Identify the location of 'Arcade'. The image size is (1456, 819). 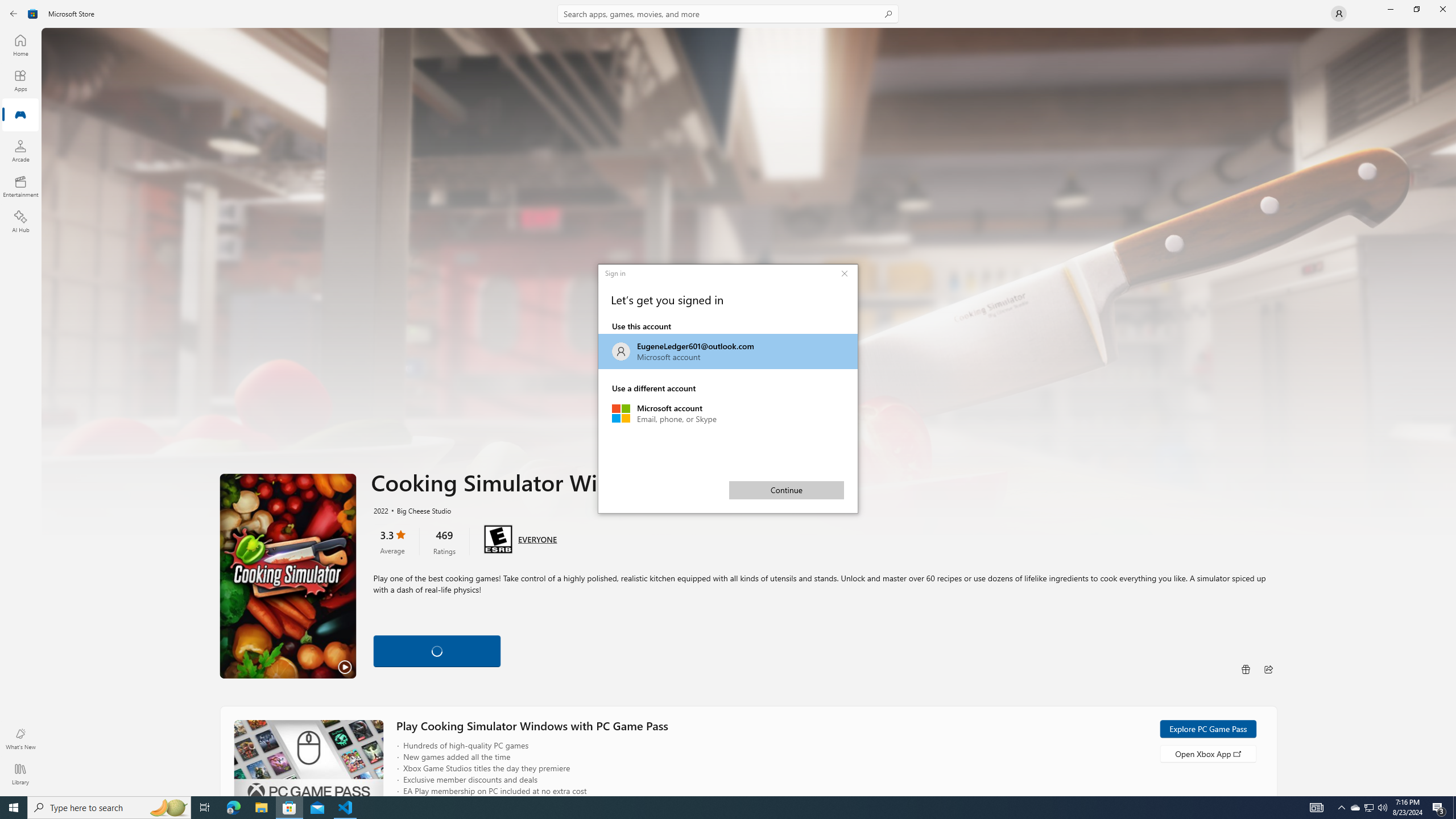
(19, 150).